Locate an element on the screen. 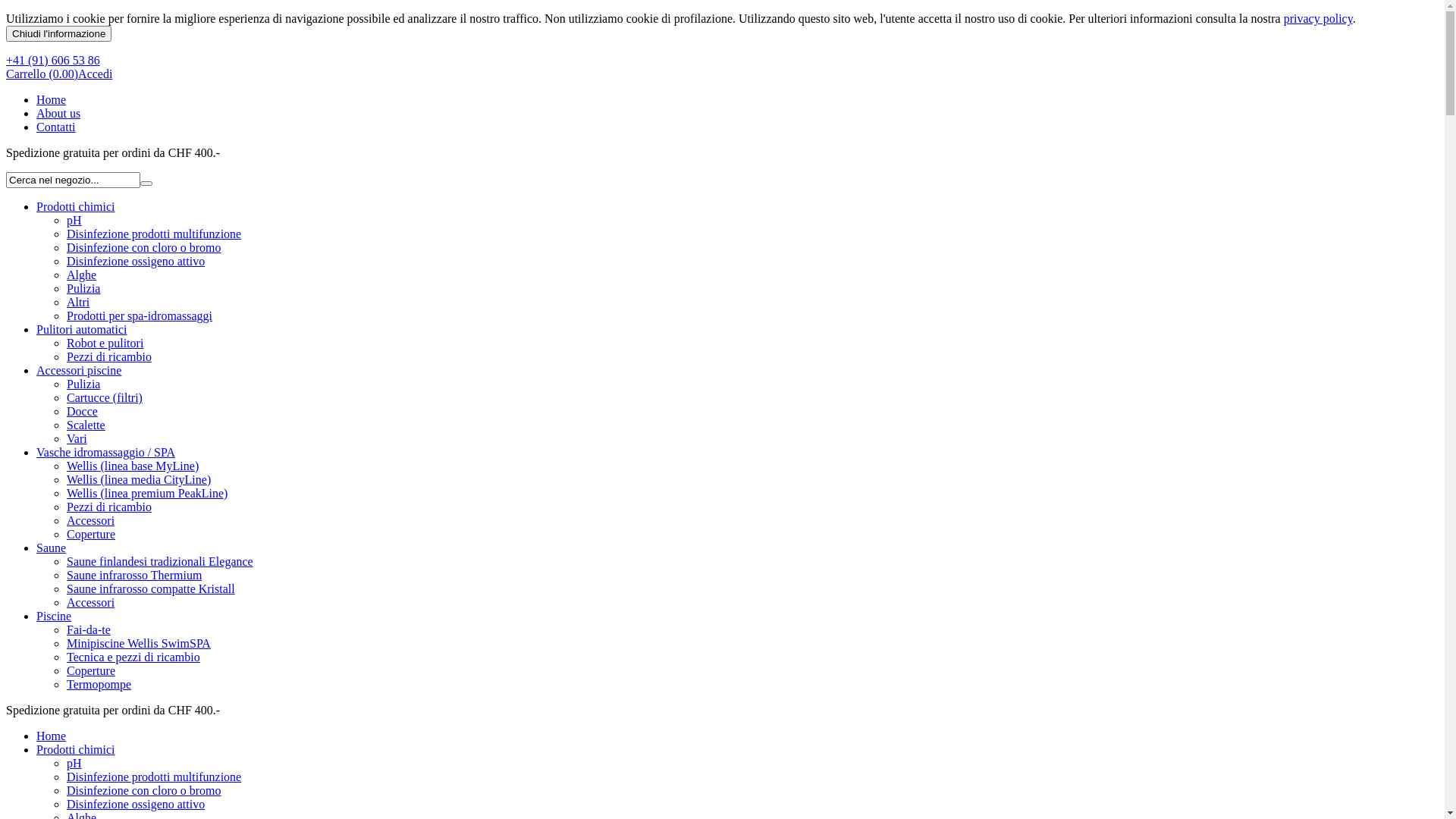 Image resolution: width=1456 pixels, height=819 pixels. 'Saune infrarosso compatte Kristall' is located at coordinates (150, 588).